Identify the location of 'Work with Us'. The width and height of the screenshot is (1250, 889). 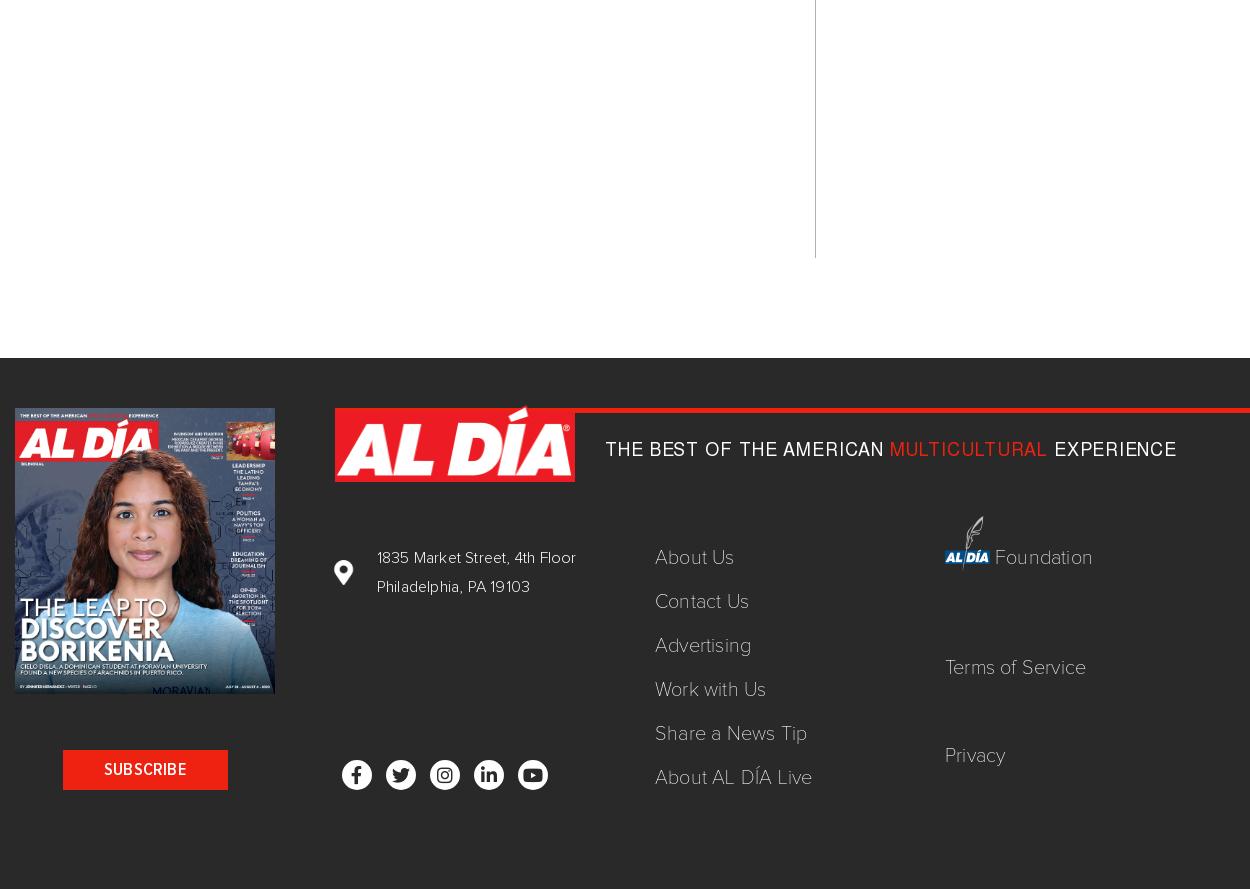
(709, 688).